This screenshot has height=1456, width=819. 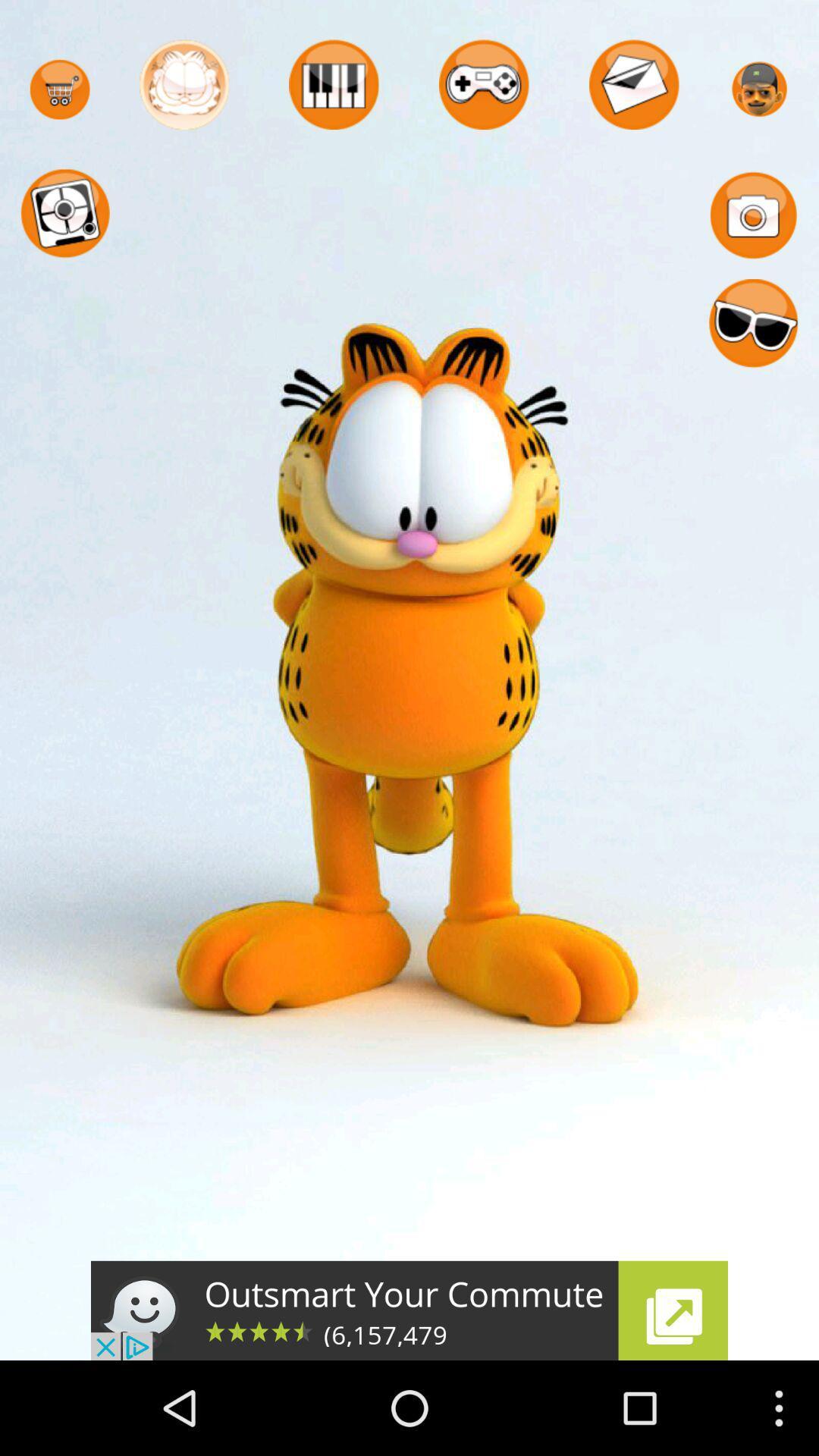 I want to click on the icon under the camera icon, so click(x=754, y=323).